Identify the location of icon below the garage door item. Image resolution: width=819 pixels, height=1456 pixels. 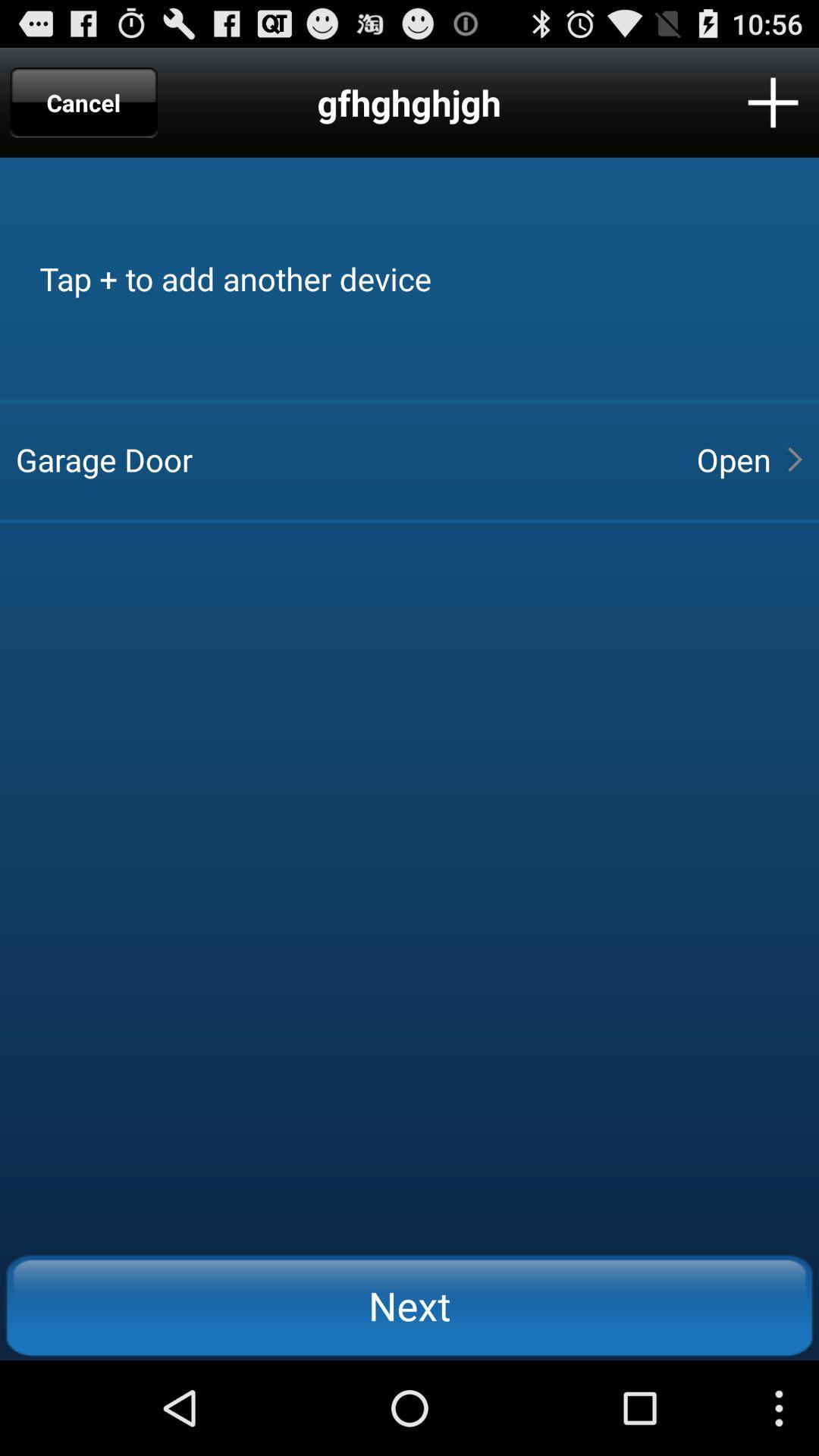
(409, 1304).